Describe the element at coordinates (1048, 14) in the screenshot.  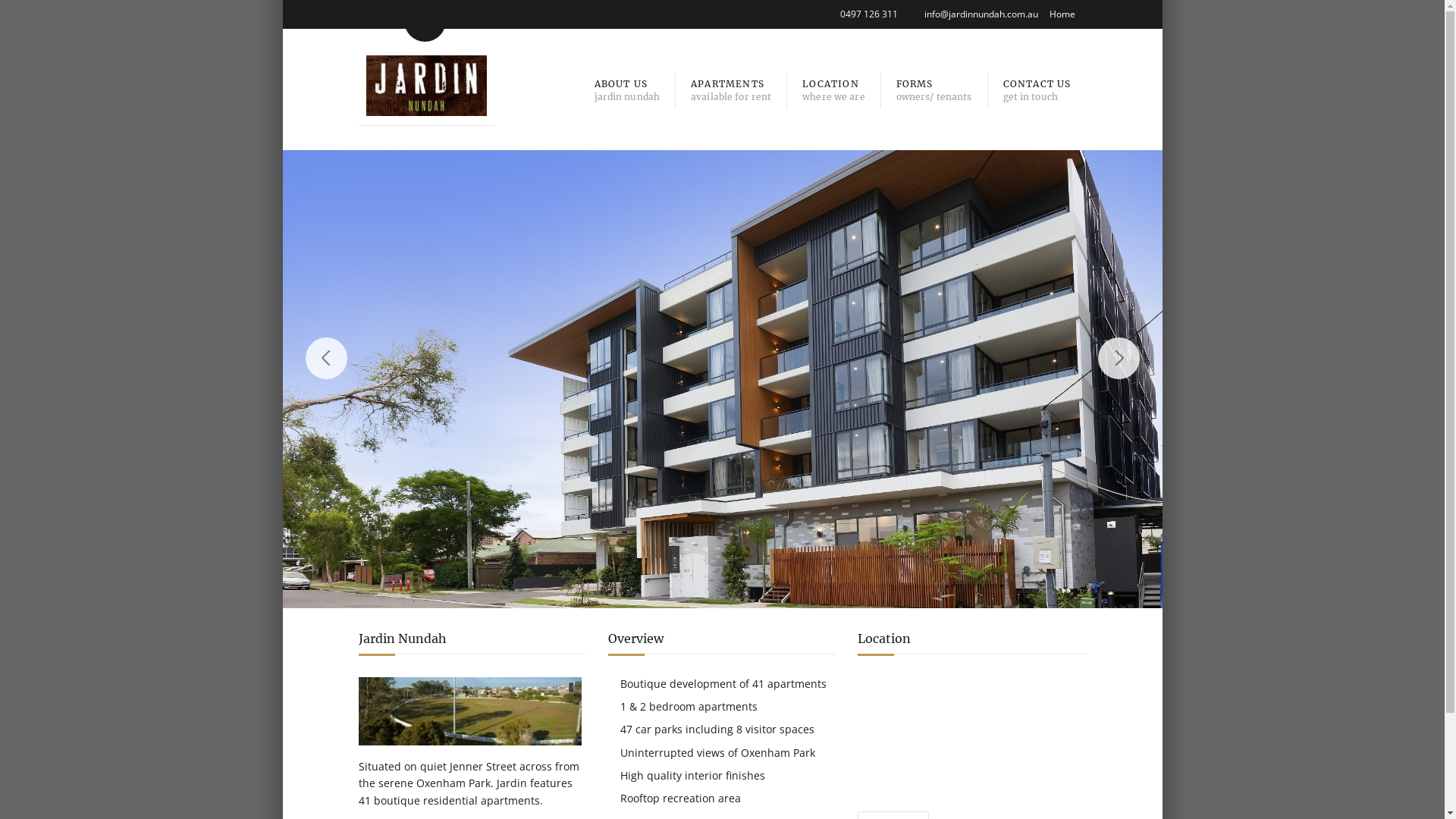
I see `'Home'` at that location.